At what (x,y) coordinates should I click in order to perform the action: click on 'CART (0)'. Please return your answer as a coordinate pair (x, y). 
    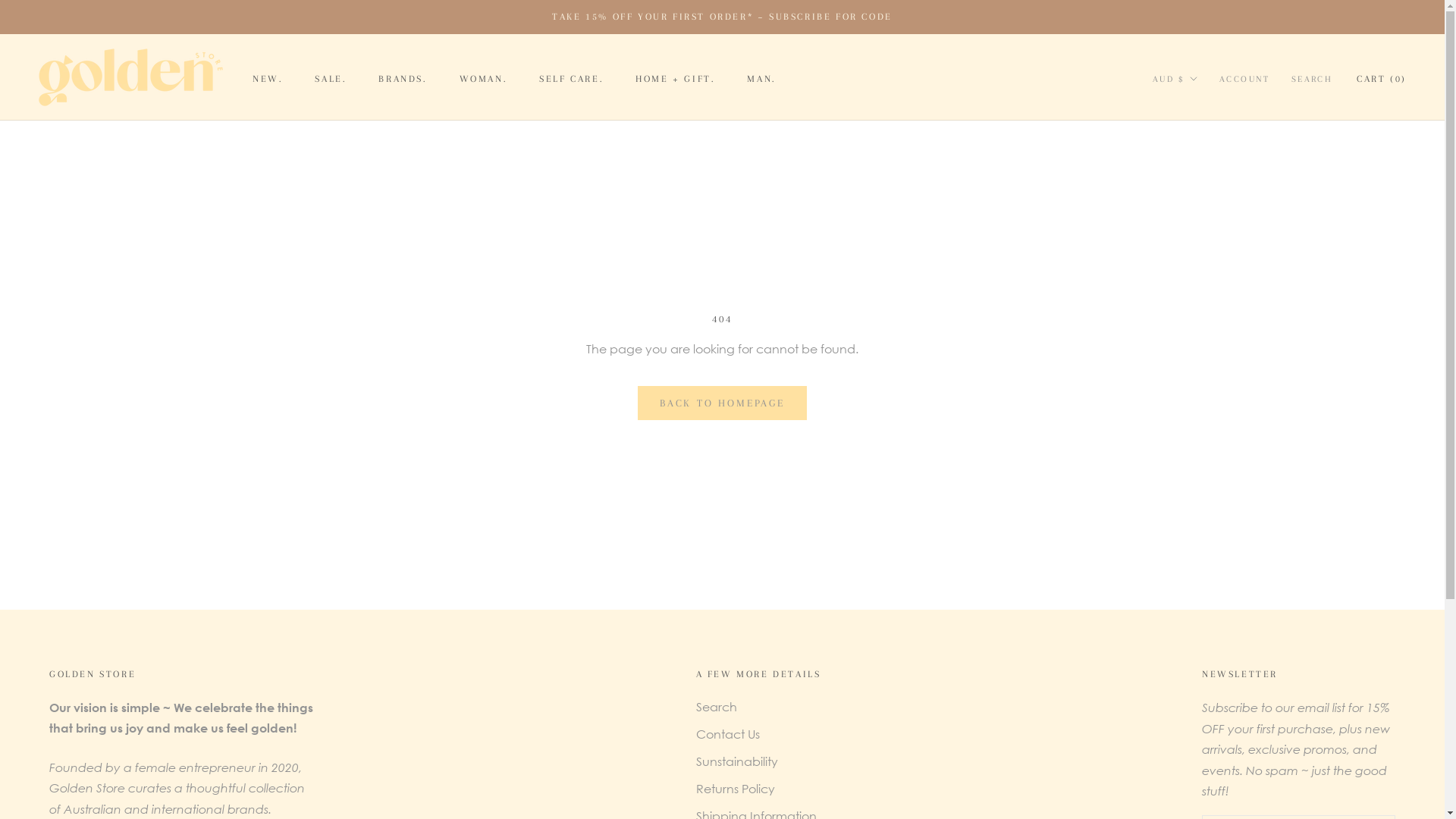
    Looking at the image, I should click on (1382, 79).